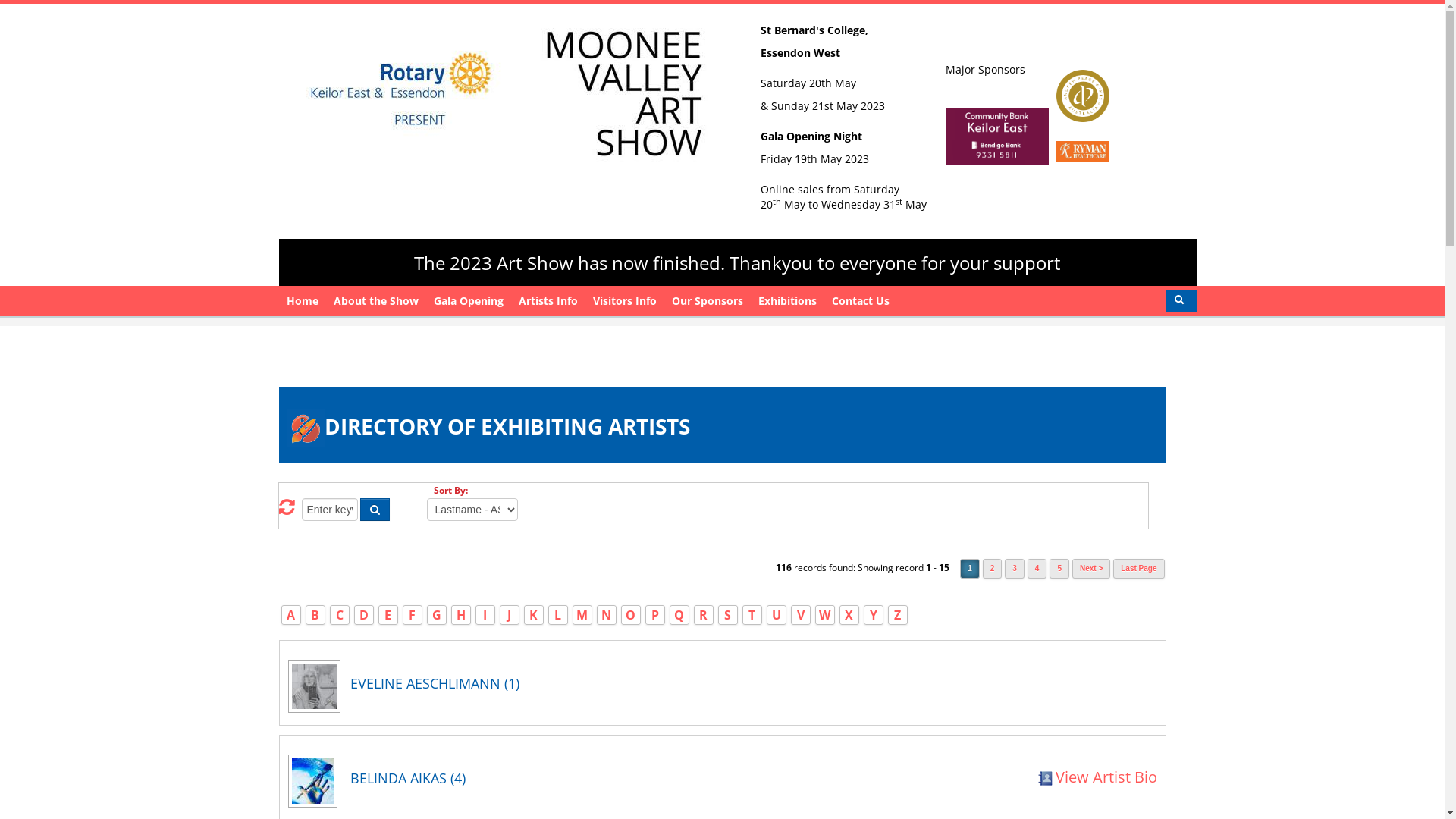  What do you see at coordinates (1037, 568) in the screenshot?
I see `'4'` at bounding box center [1037, 568].